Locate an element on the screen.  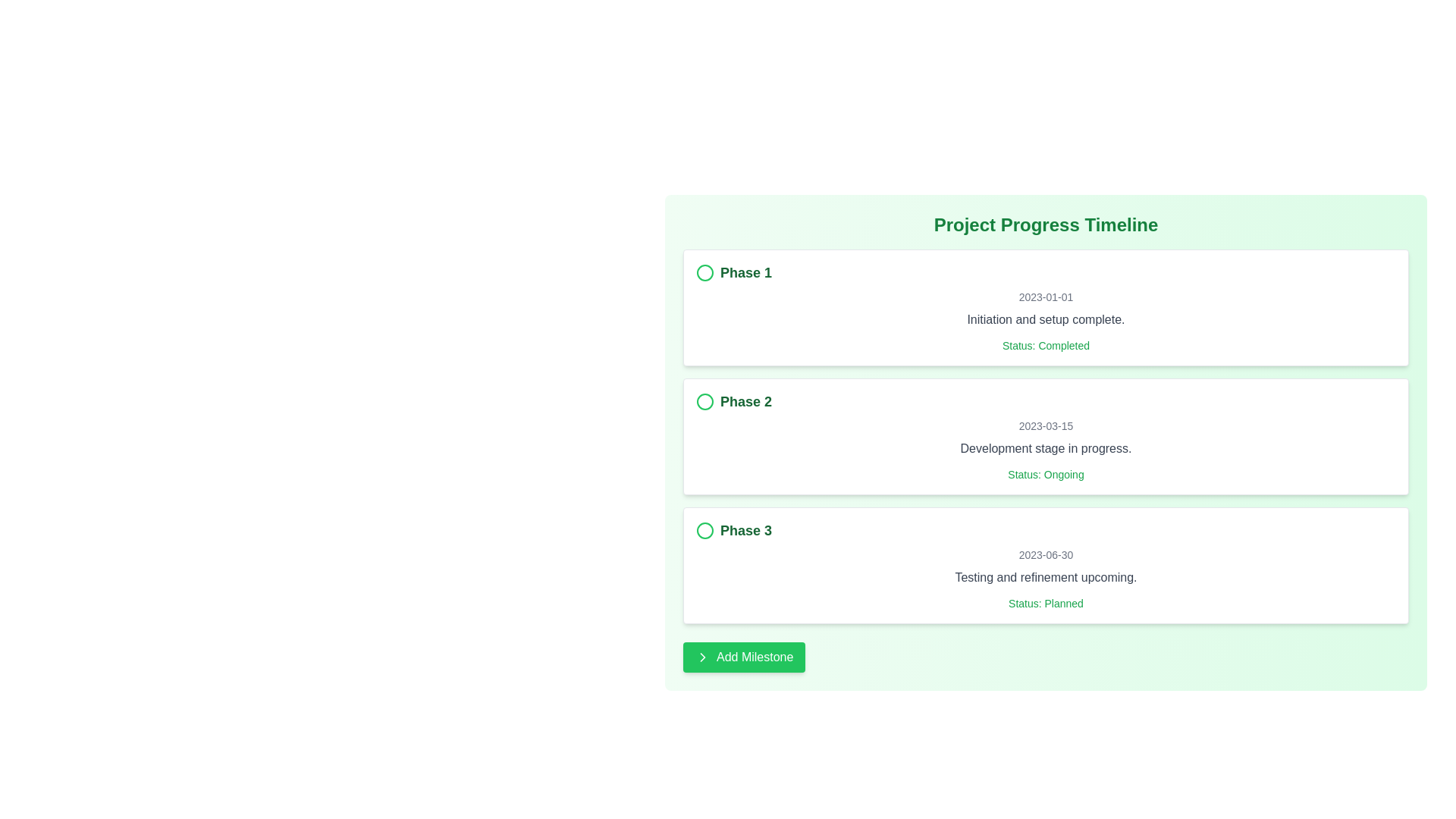
the Circular status indicator representing 'Phase 1' is located at coordinates (704, 271).